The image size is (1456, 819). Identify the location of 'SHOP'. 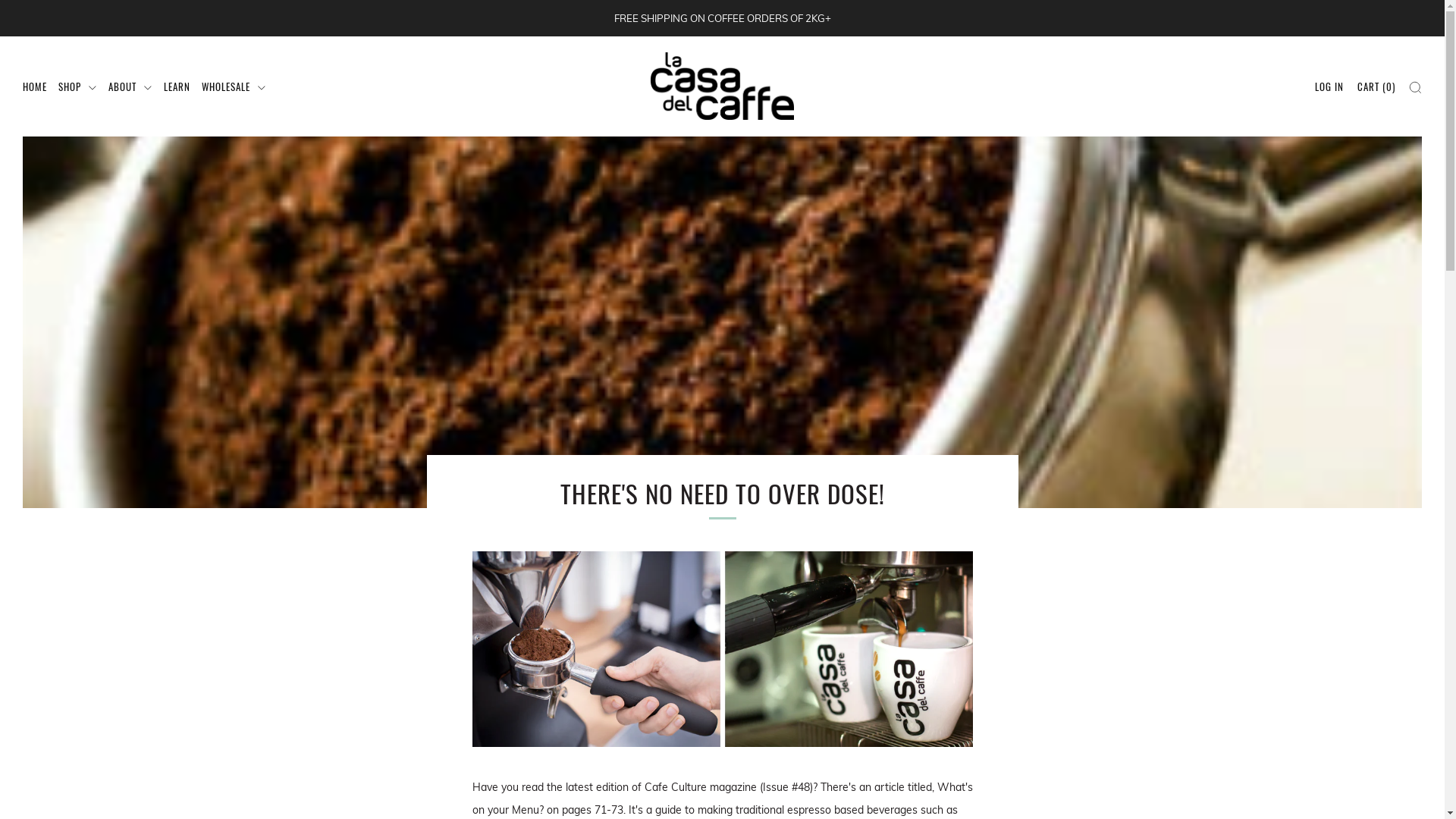
(58, 86).